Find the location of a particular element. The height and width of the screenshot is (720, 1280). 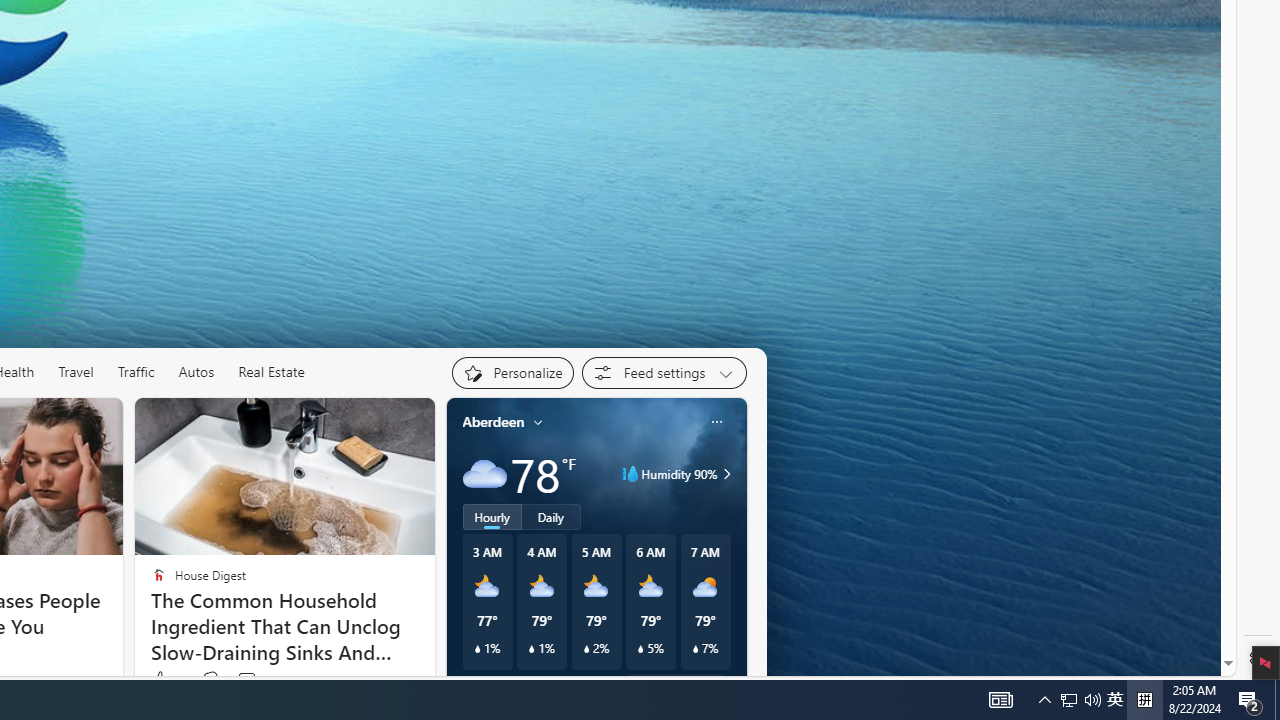

'Dislike' is located at coordinates (210, 679).